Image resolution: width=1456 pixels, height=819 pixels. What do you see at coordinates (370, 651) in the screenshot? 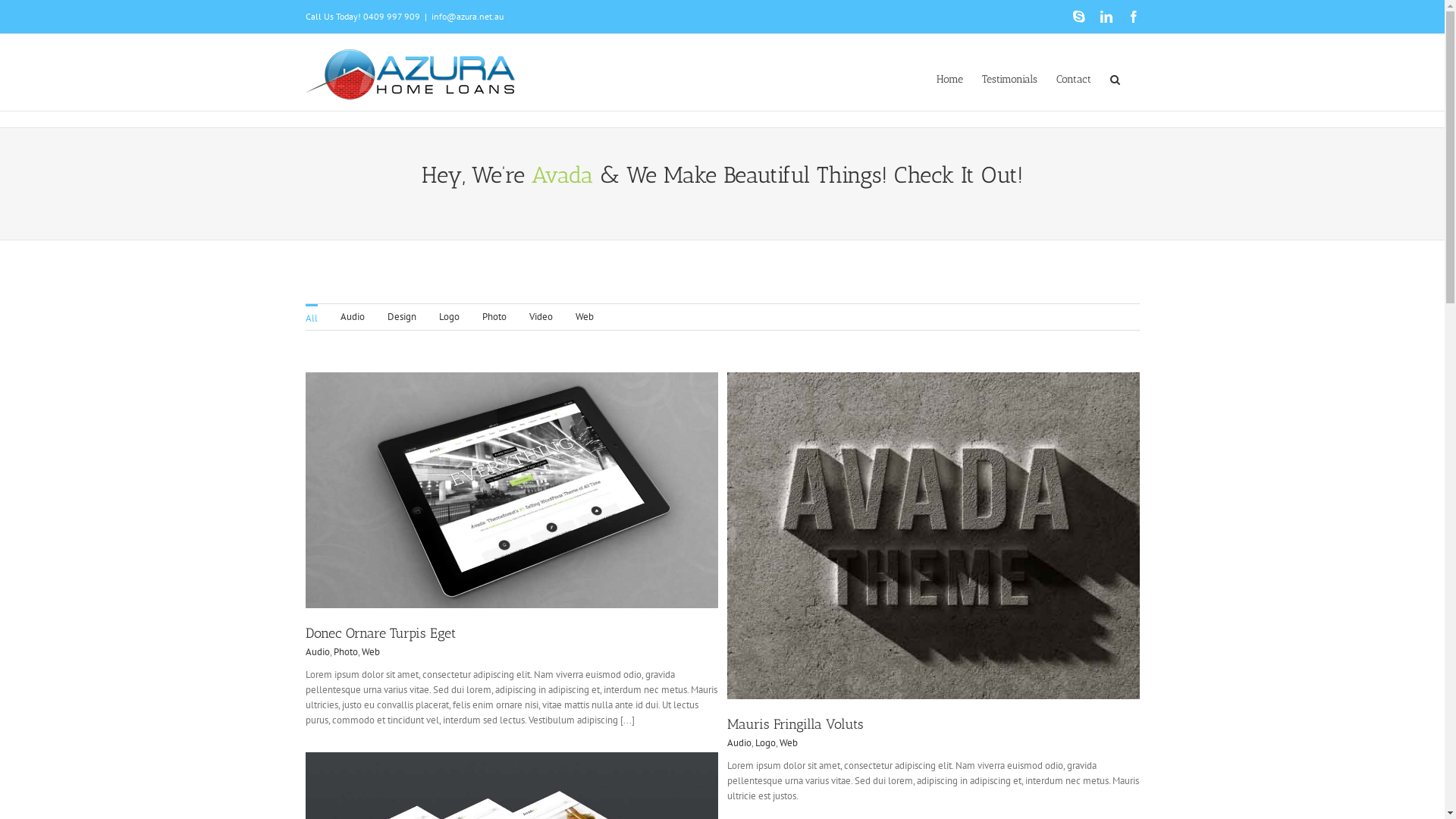
I see `'Web'` at bounding box center [370, 651].